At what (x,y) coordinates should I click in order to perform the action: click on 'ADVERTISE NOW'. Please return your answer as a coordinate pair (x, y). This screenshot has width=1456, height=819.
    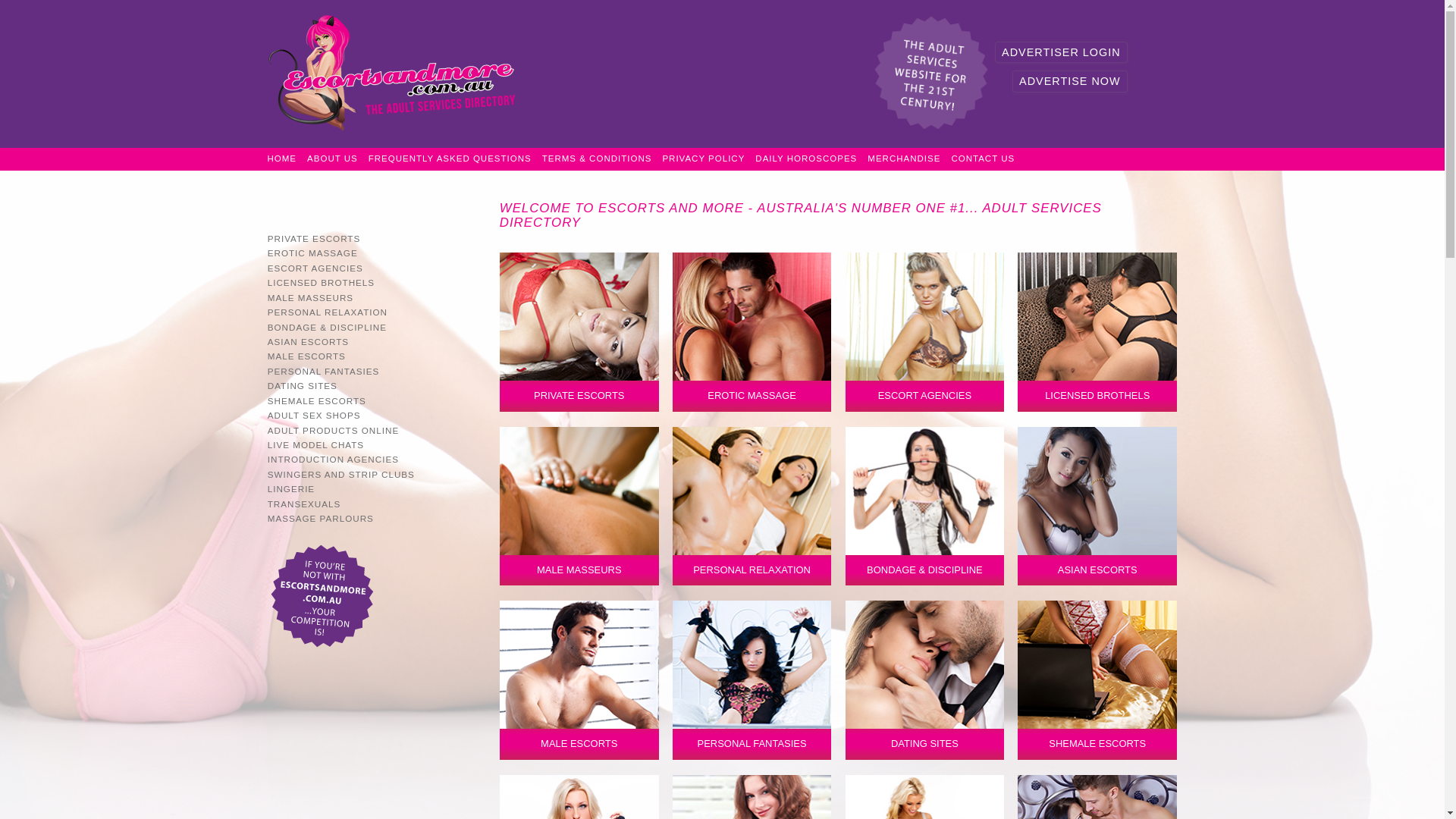
    Looking at the image, I should click on (1068, 81).